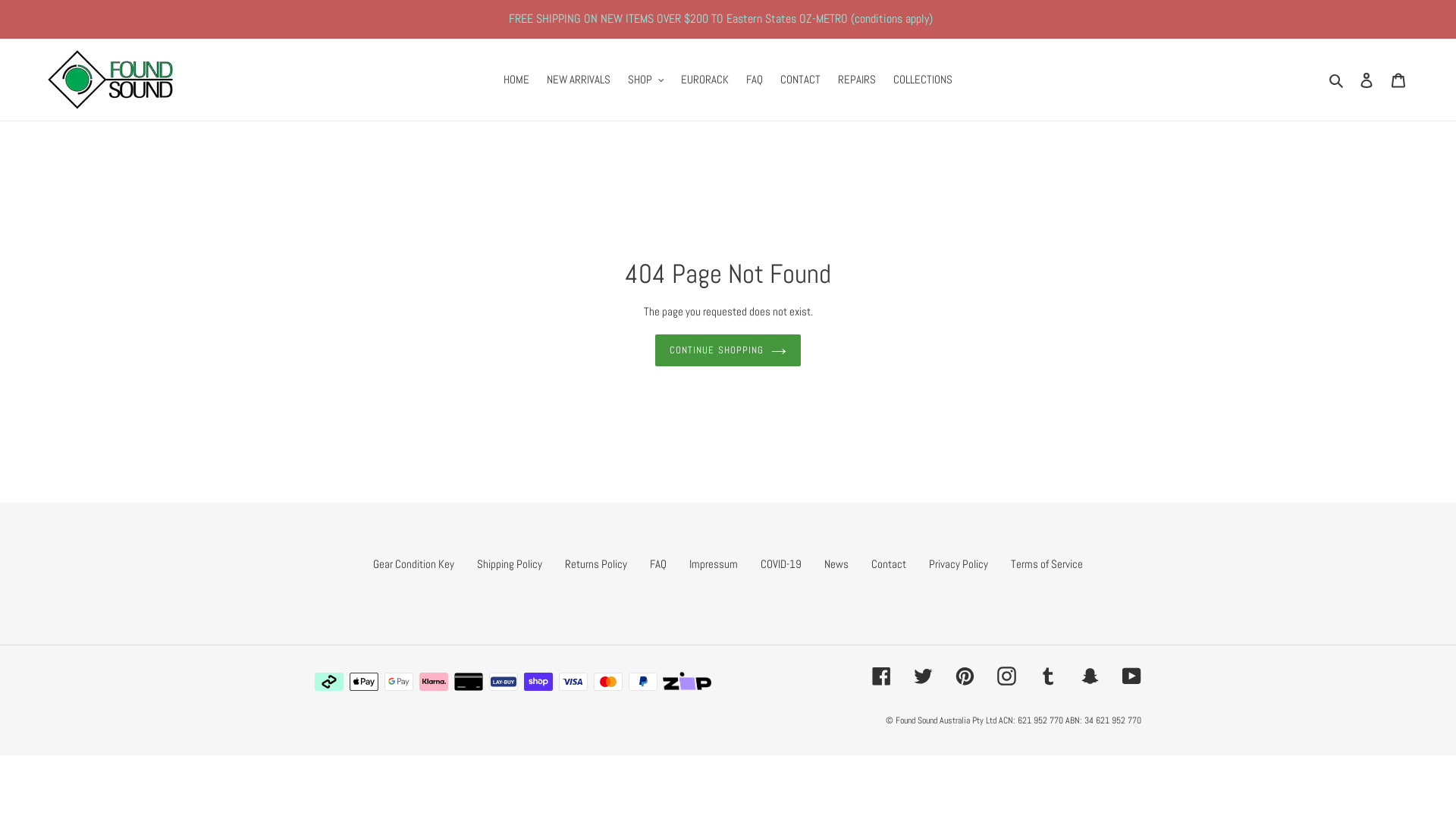  Describe the element at coordinates (881, 675) in the screenshot. I see `'Facebook'` at that location.